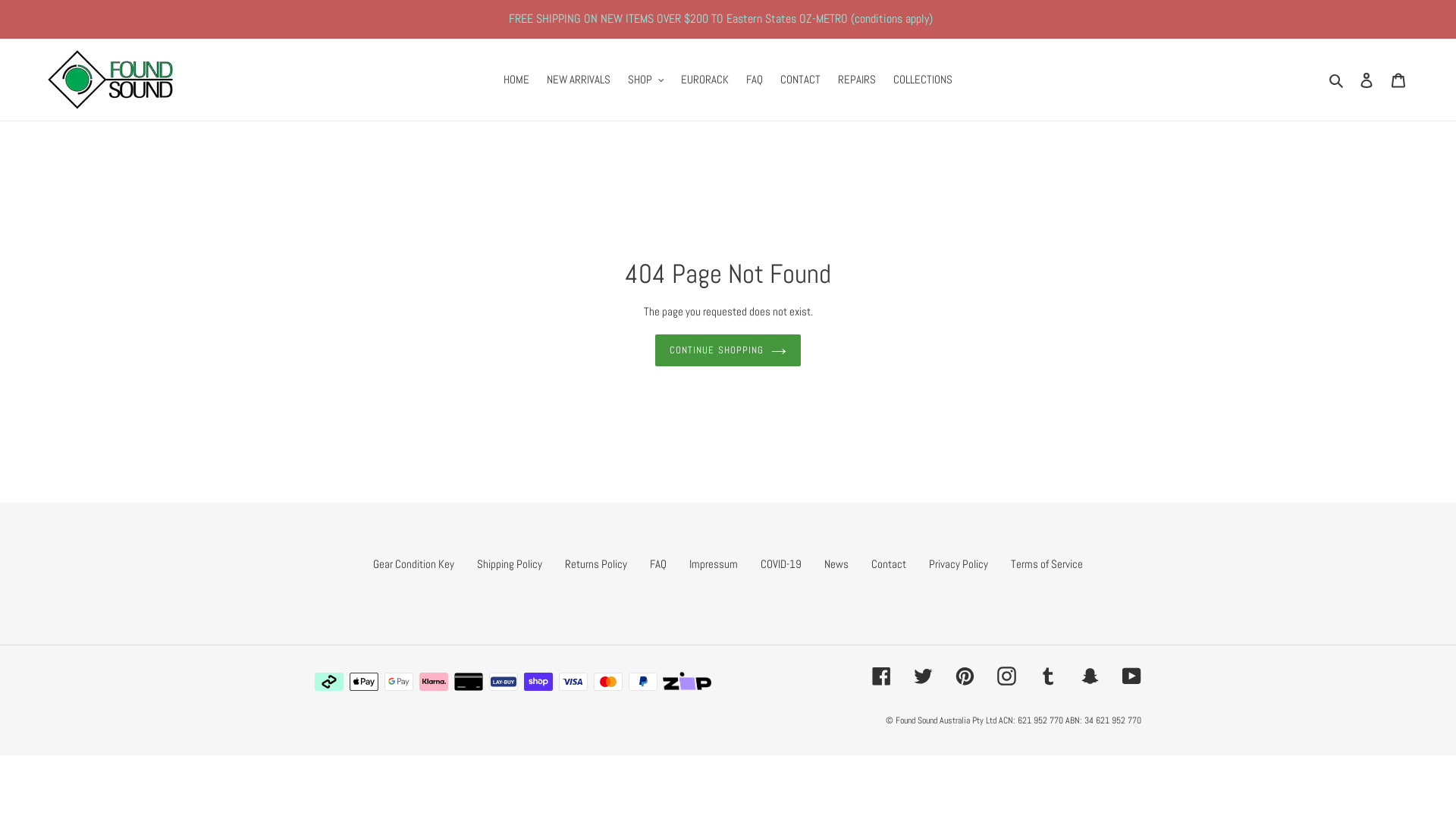  Describe the element at coordinates (881, 675) in the screenshot. I see `'Facebook'` at that location.